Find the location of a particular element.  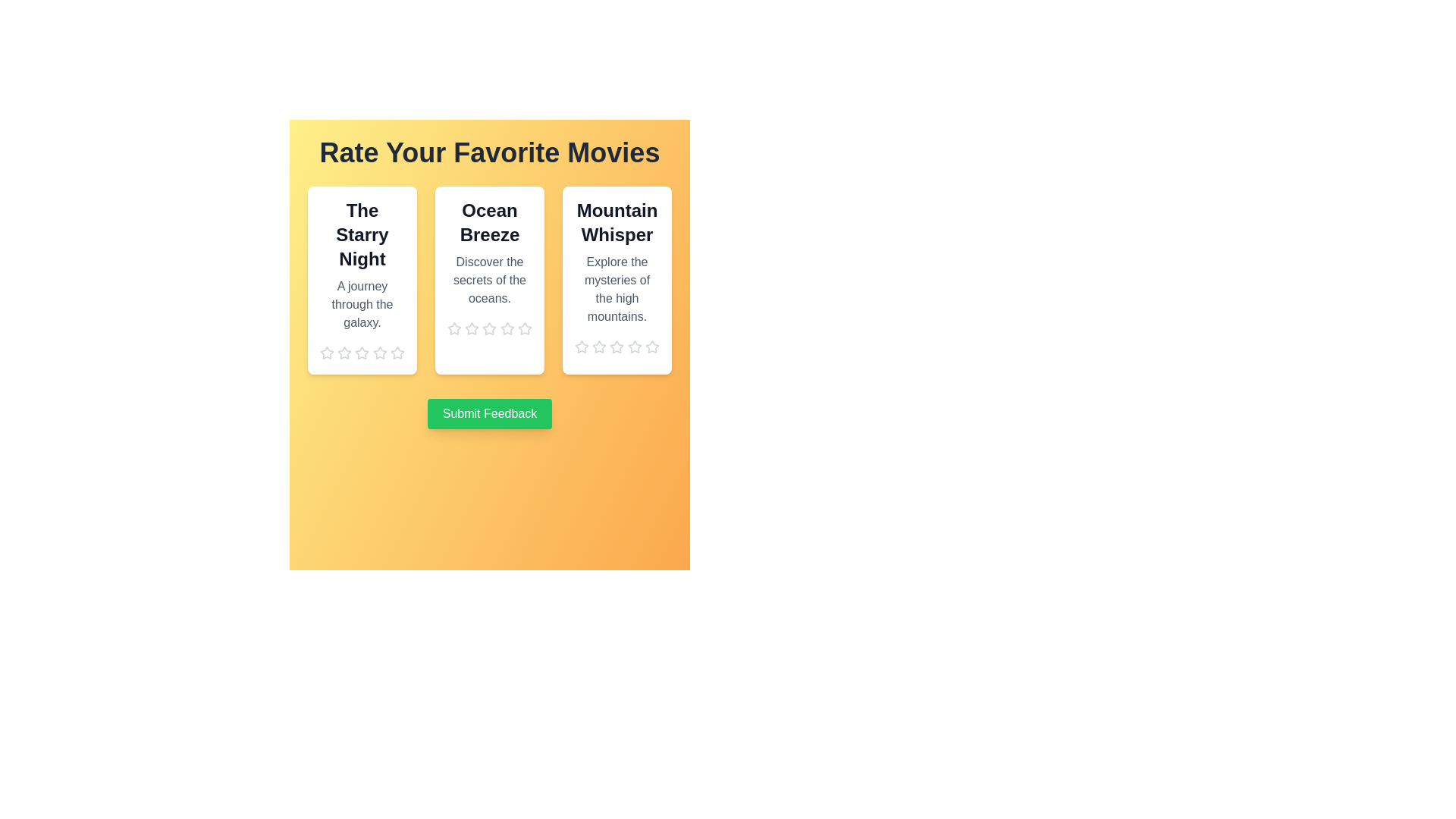

the star corresponding to 4 stars to preview the rating is located at coordinates (380, 353).